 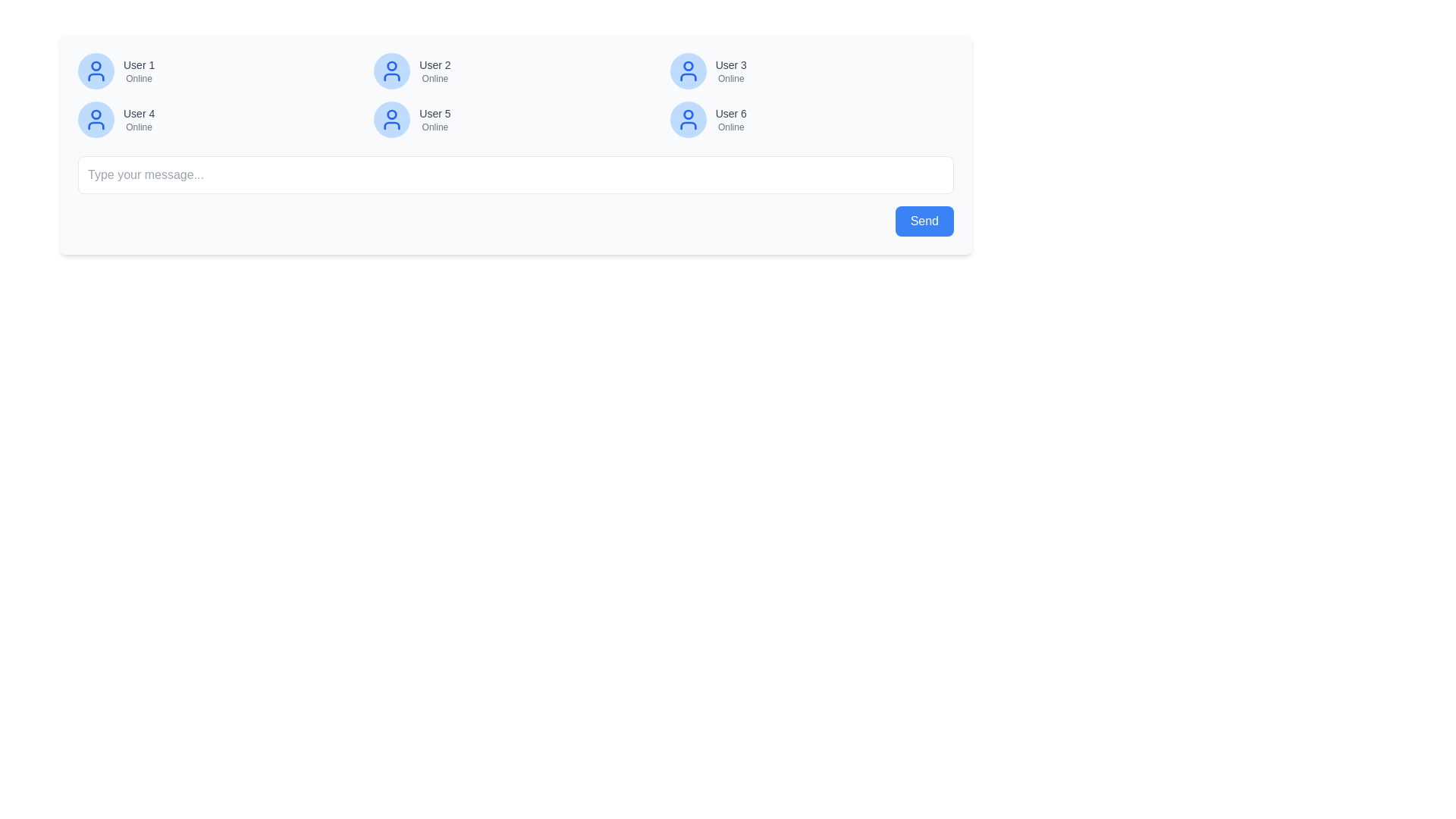 I want to click on the user avatar icon representing 'User 2', which is positioned to the left of the text 'User 2' and 'Online.', so click(x=392, y=71).